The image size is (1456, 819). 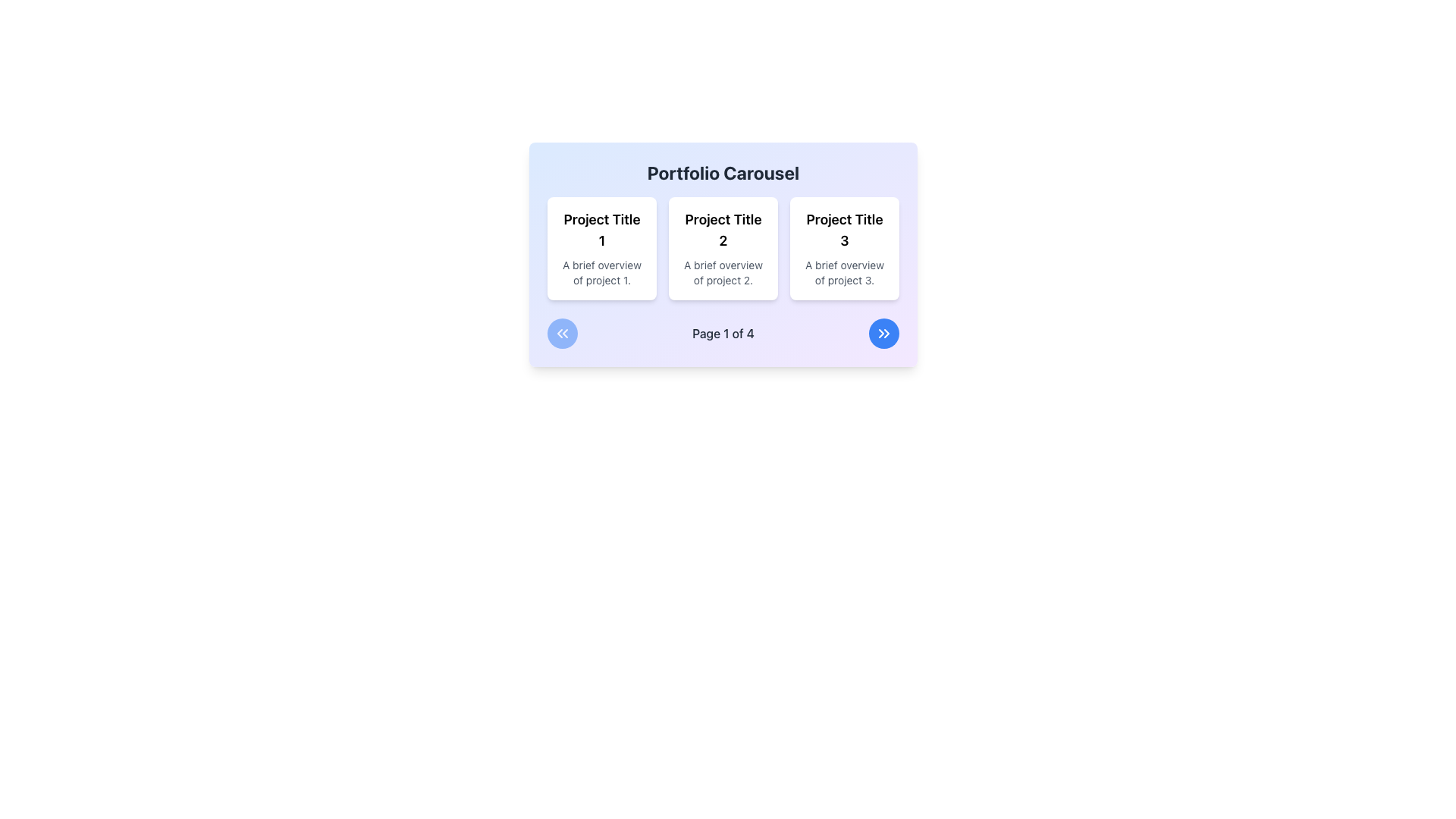 I want to click on the first rightward pointing arrow icon, which is styled as a minimalistic vector graphic, so click(x=881, y=332).